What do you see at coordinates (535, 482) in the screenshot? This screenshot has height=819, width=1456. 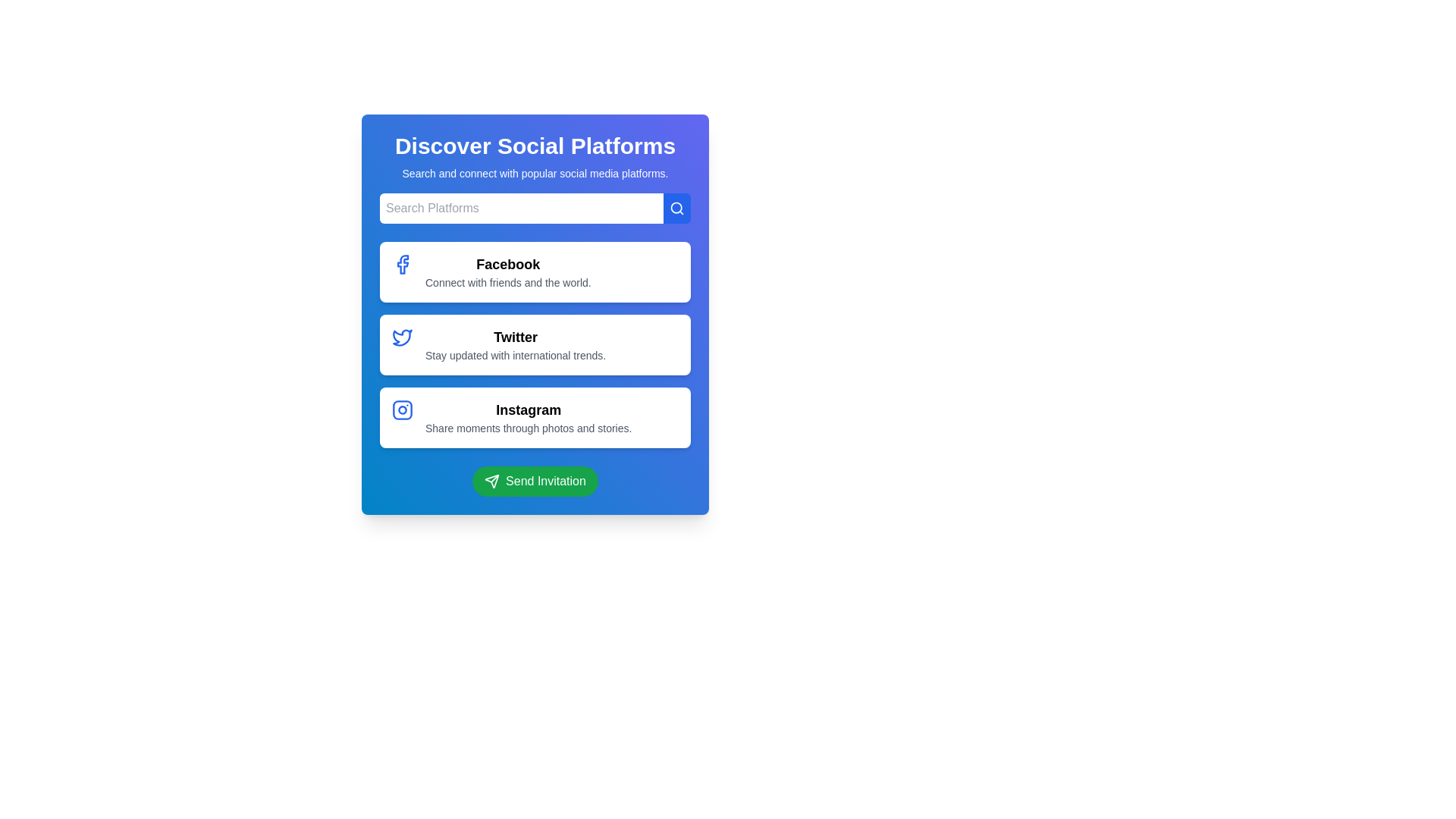 I see `the 'Send Invitation' button with rounded edges and a green background, located at the bottom of the 'Discover Social Platforms' card` at bounding box center [535, 482].